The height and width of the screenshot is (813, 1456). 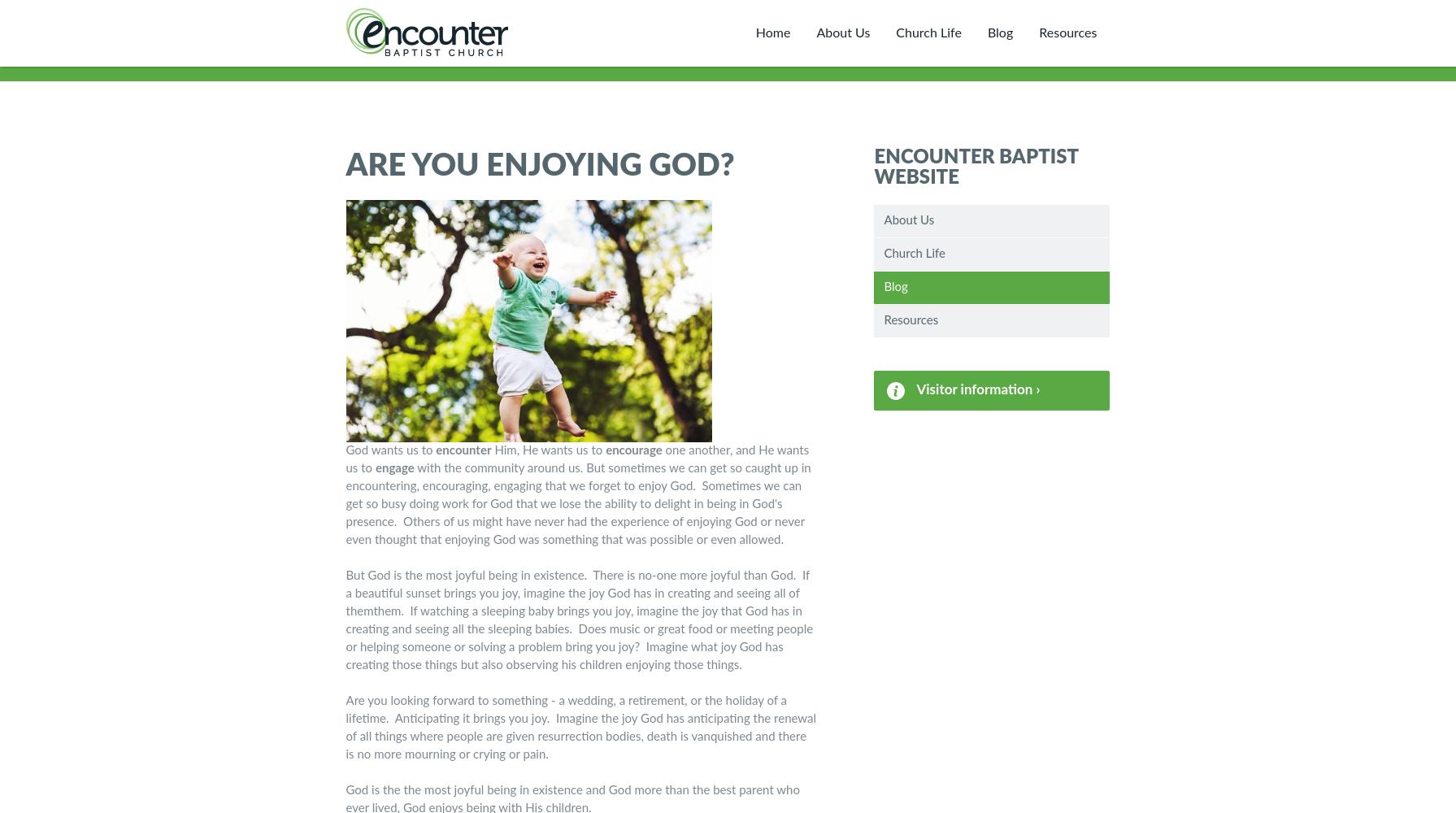 I want to click on 'Are you looking forward to something - a wedding, a retirement, or the holiday of a lifetime.  Anticipating it brings you joy.  Imagine the joy God has anticipating the renewal of all things where people are given resurrection bodies, death is vanquished and there is no more mourning or crying or pain.', so click(x=580, y=728).